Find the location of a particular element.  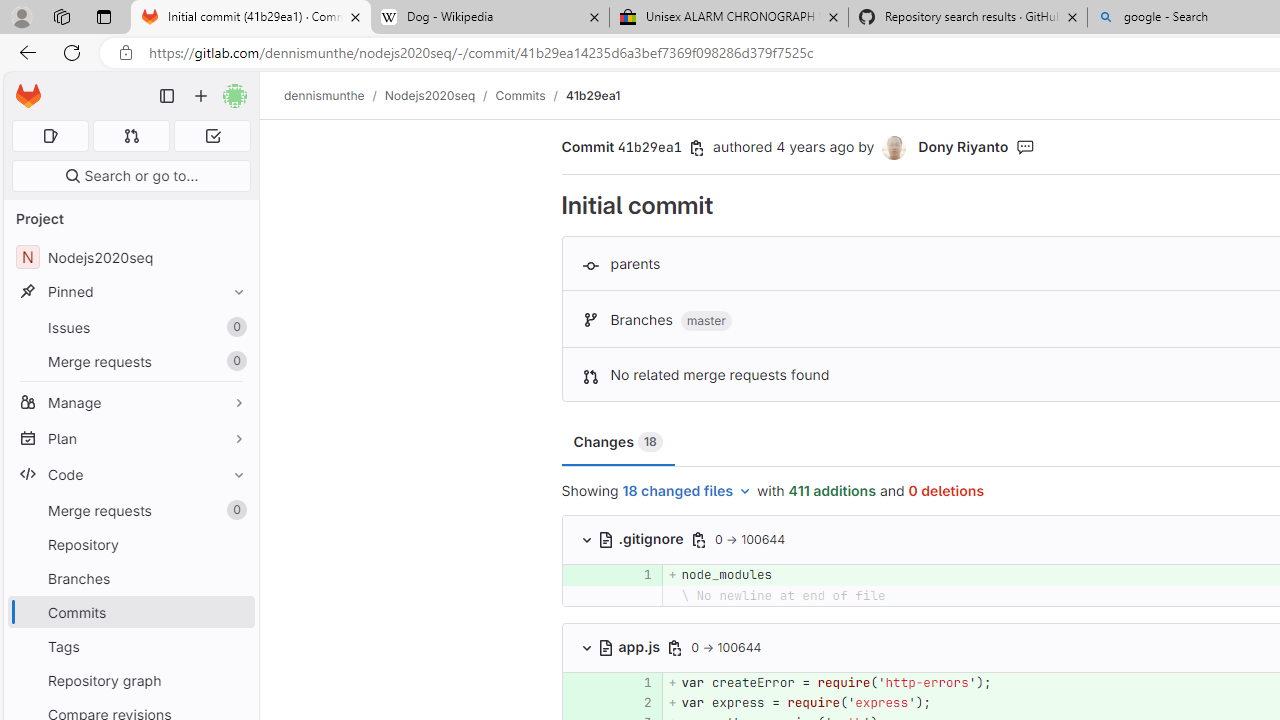

'Manage' is located at coordinates (130, 402).